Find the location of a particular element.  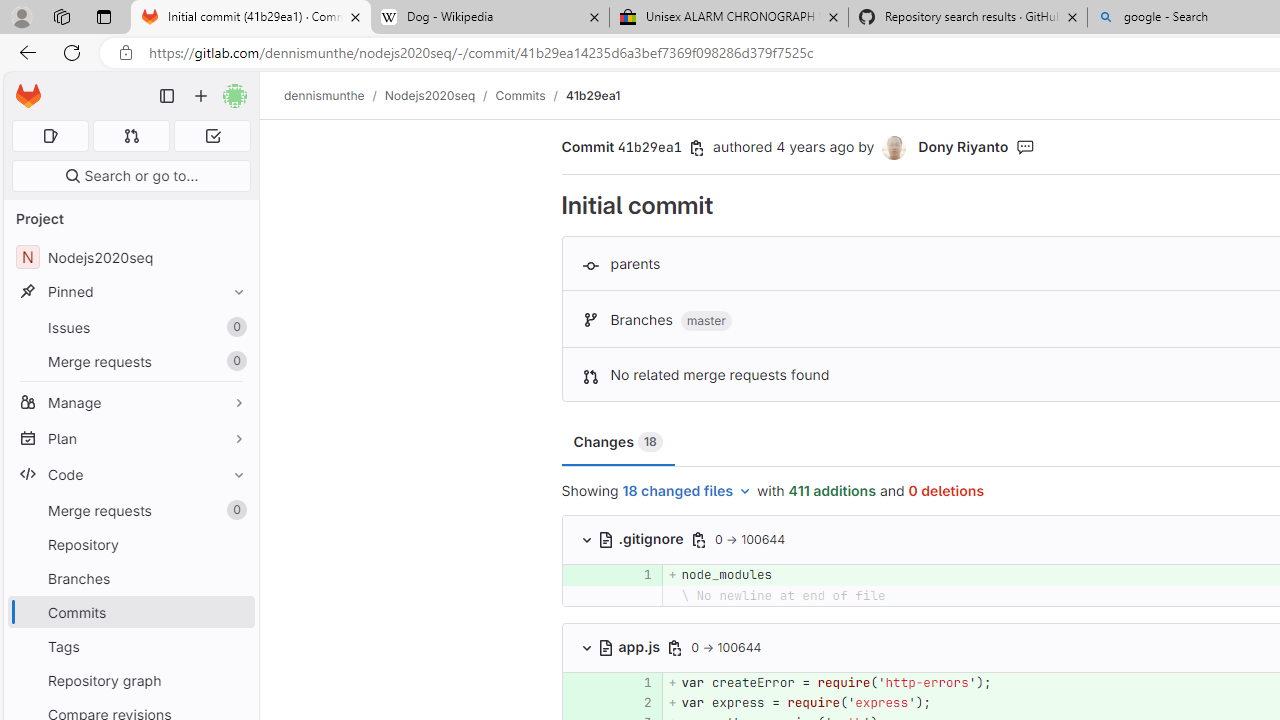

'Manage' is located at coordinates (130, 402).